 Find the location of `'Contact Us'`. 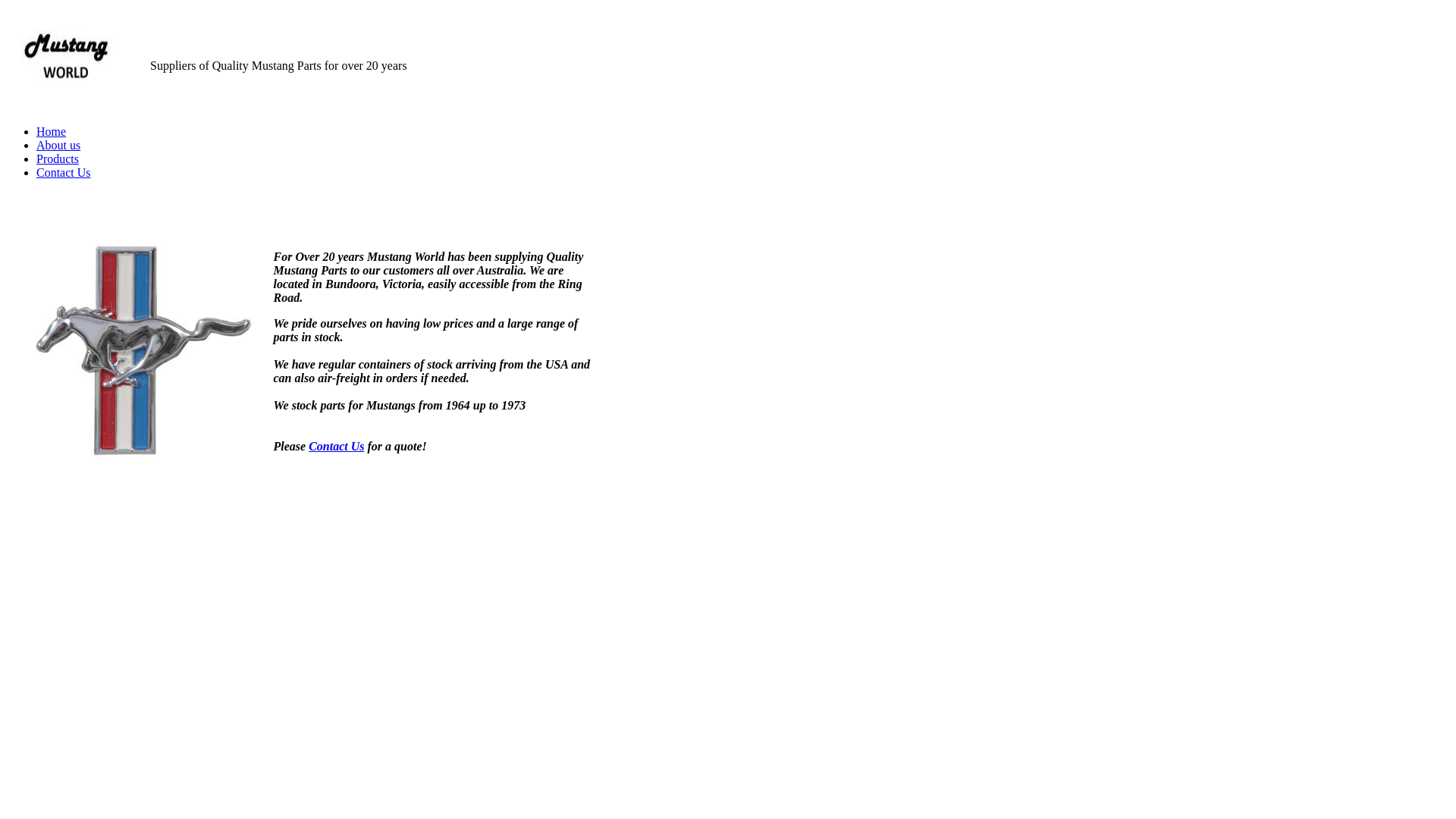

'Contact Us' is located at coordinates (335, 445).